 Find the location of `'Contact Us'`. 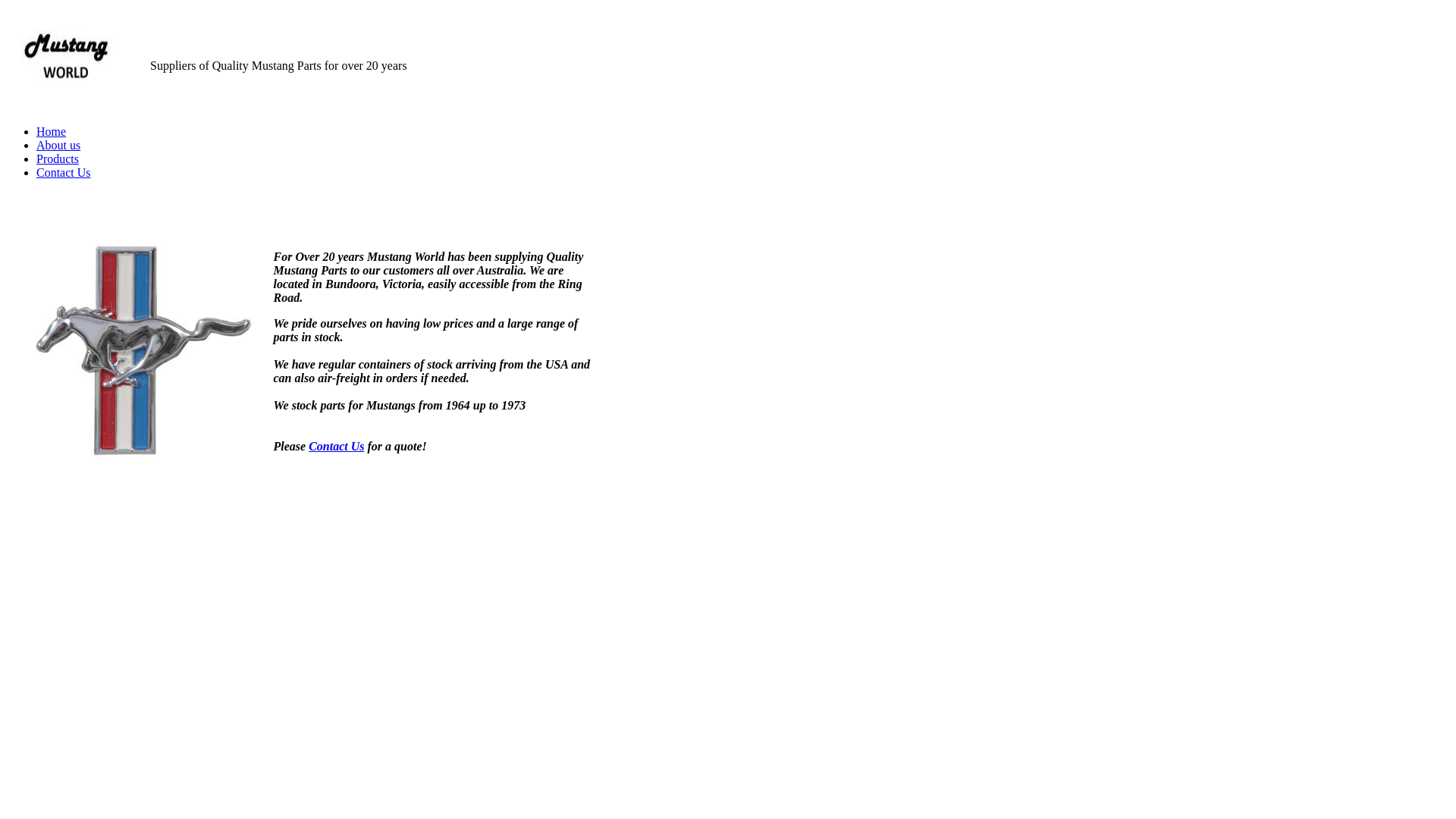

'Contact Us' is located at coordinates (335, 445).